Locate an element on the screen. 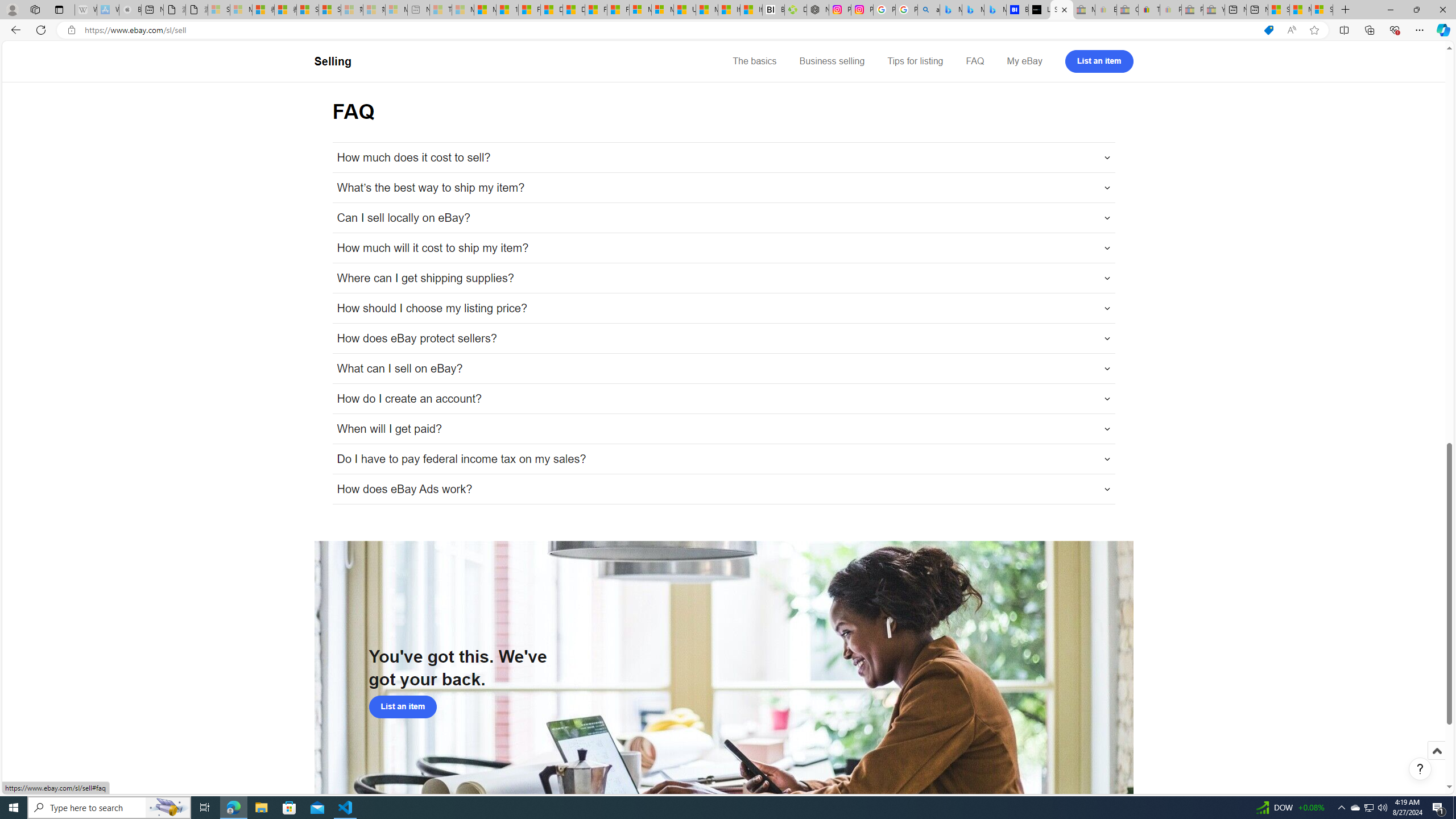  'Tips for listing' is located at coordinates (914, 61).